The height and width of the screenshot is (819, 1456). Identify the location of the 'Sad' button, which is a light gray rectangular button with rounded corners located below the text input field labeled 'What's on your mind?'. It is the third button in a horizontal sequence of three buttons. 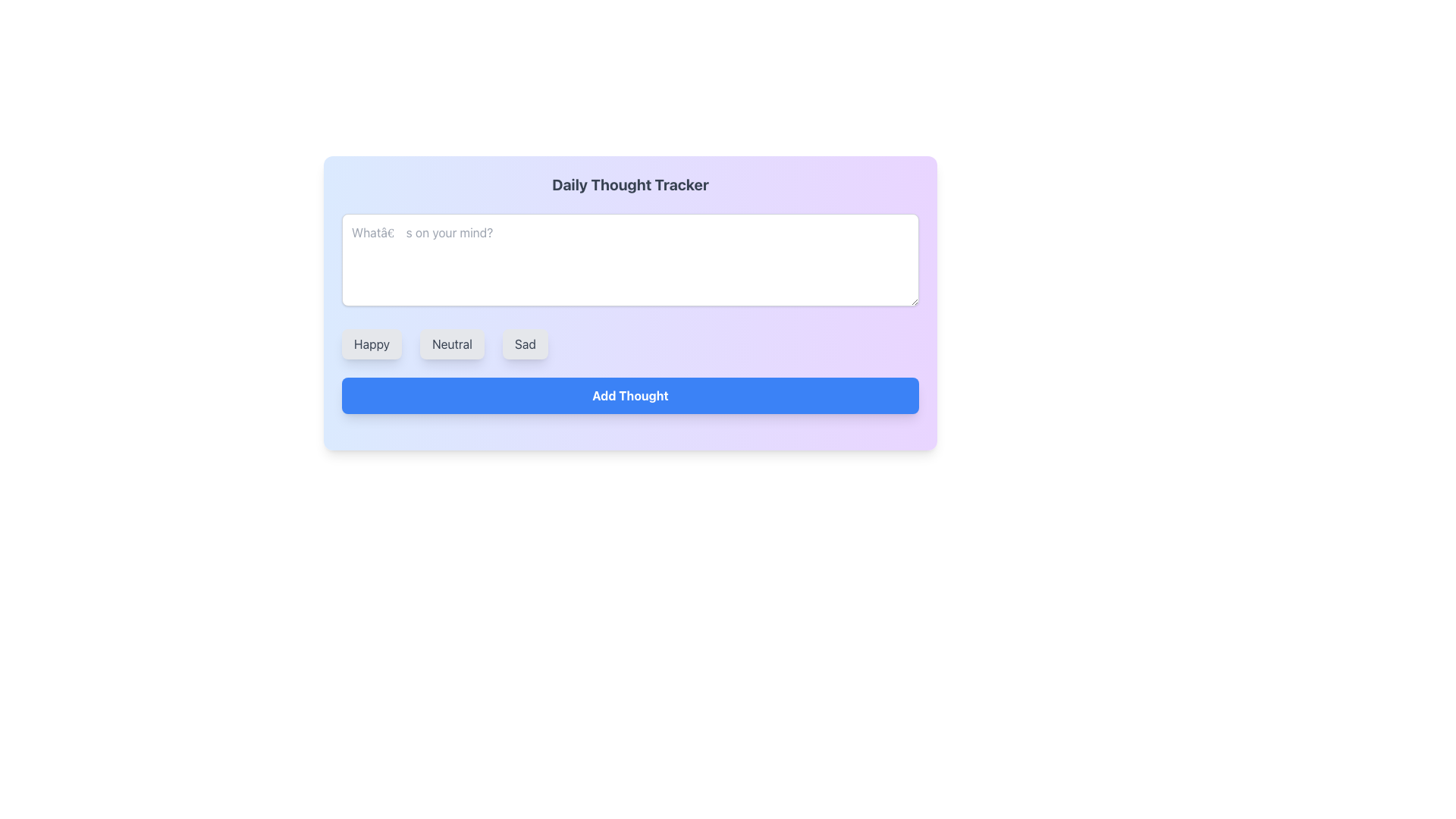
(525, 344).